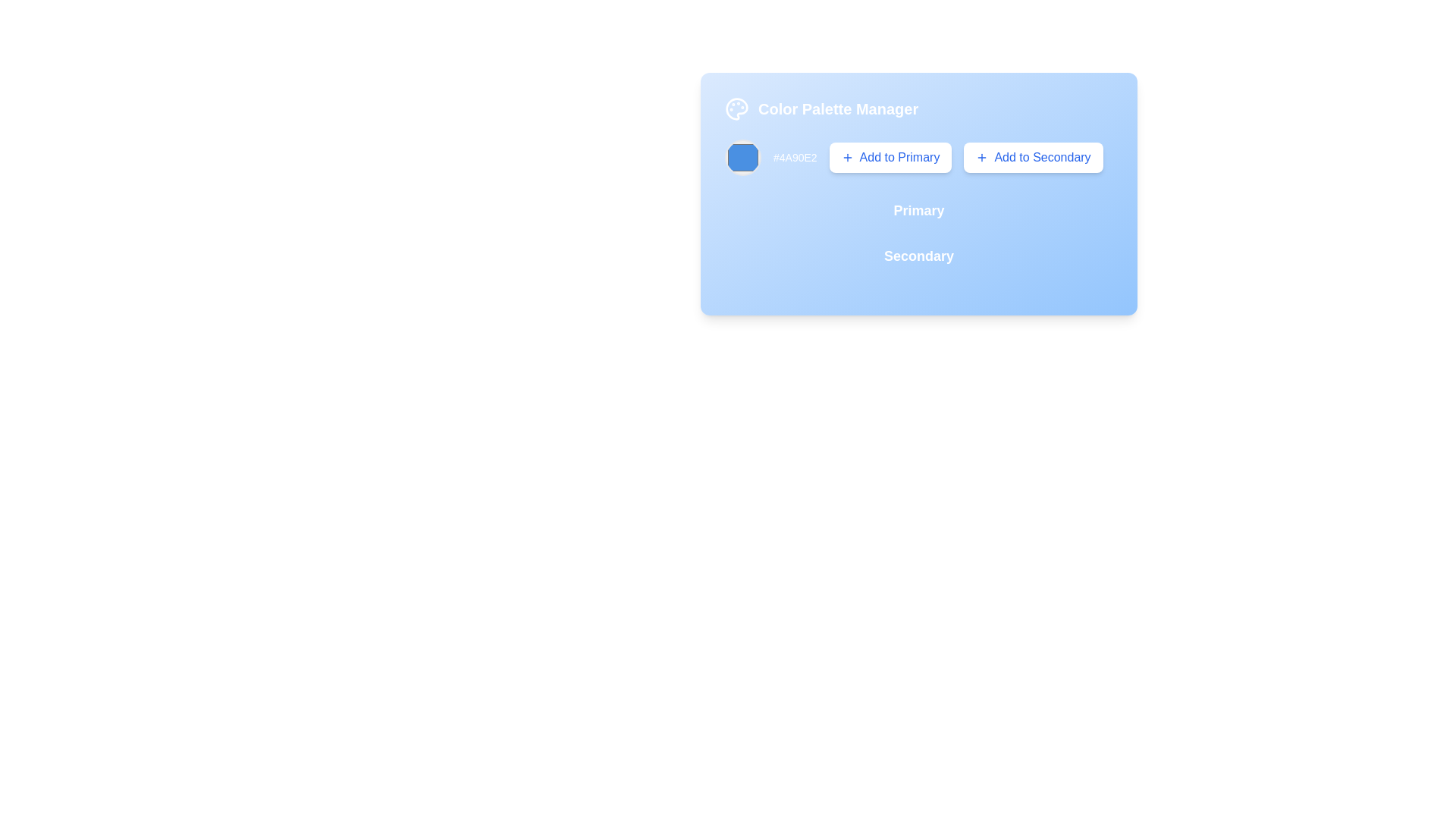  I want to click on the 'Primary' text label, which is displayed in bold white font on a soft blue background, located under the 'Color Palette Manager' header, so click(918, 210).